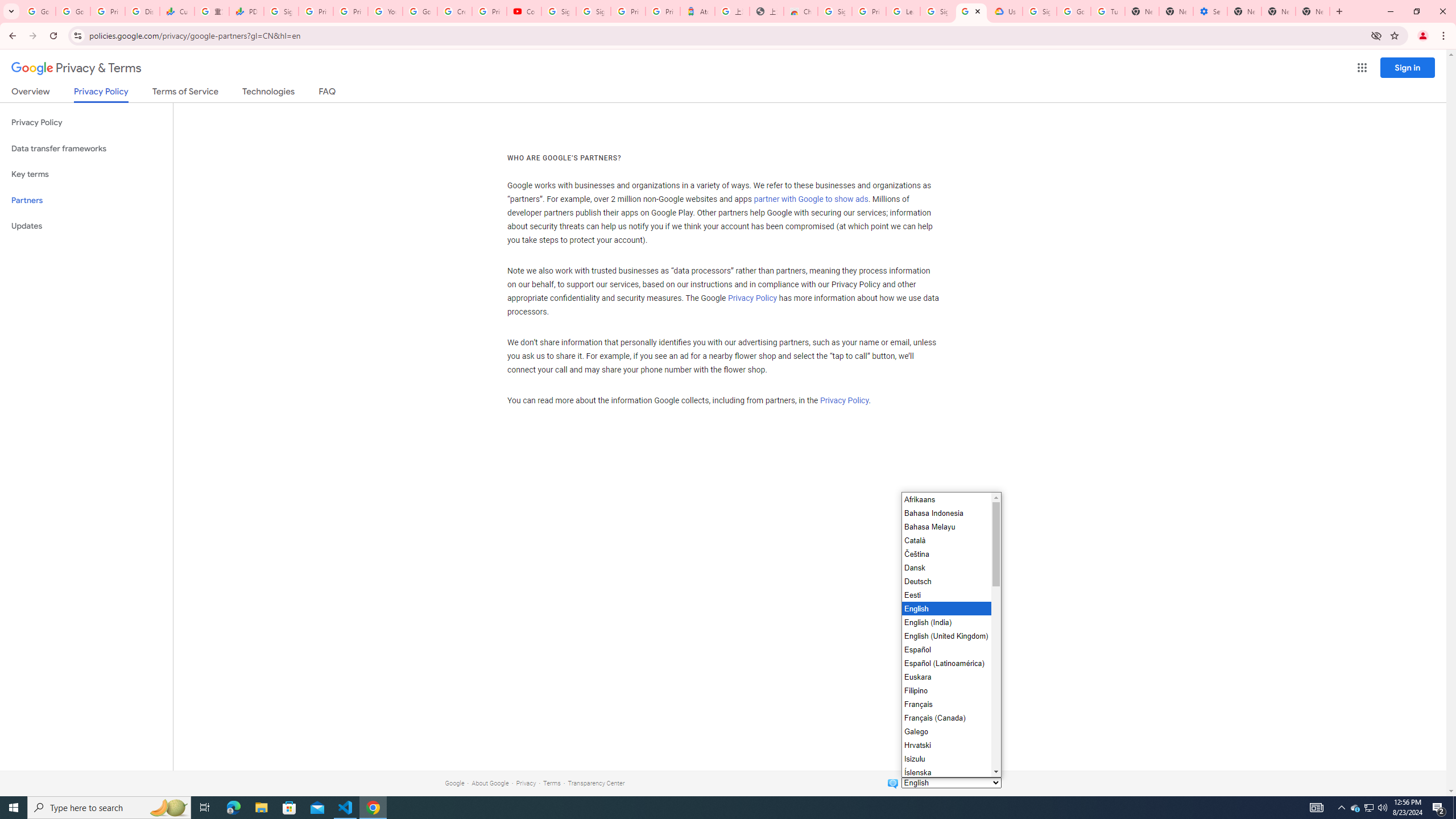  I want to click on 'Afrikaans', so click(945, 499).